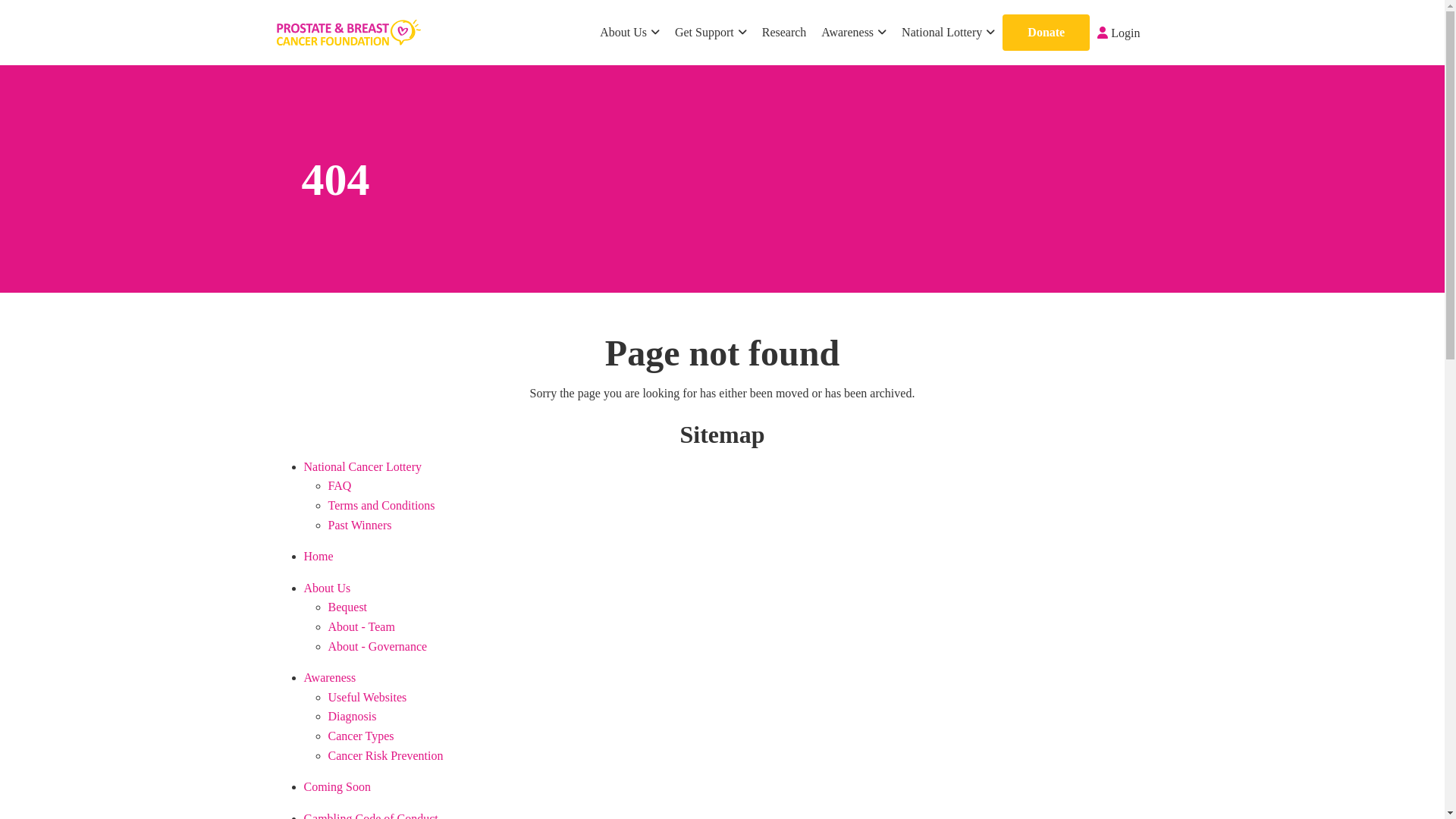  I want to click on 'Useful Websites', so click(327, 697).